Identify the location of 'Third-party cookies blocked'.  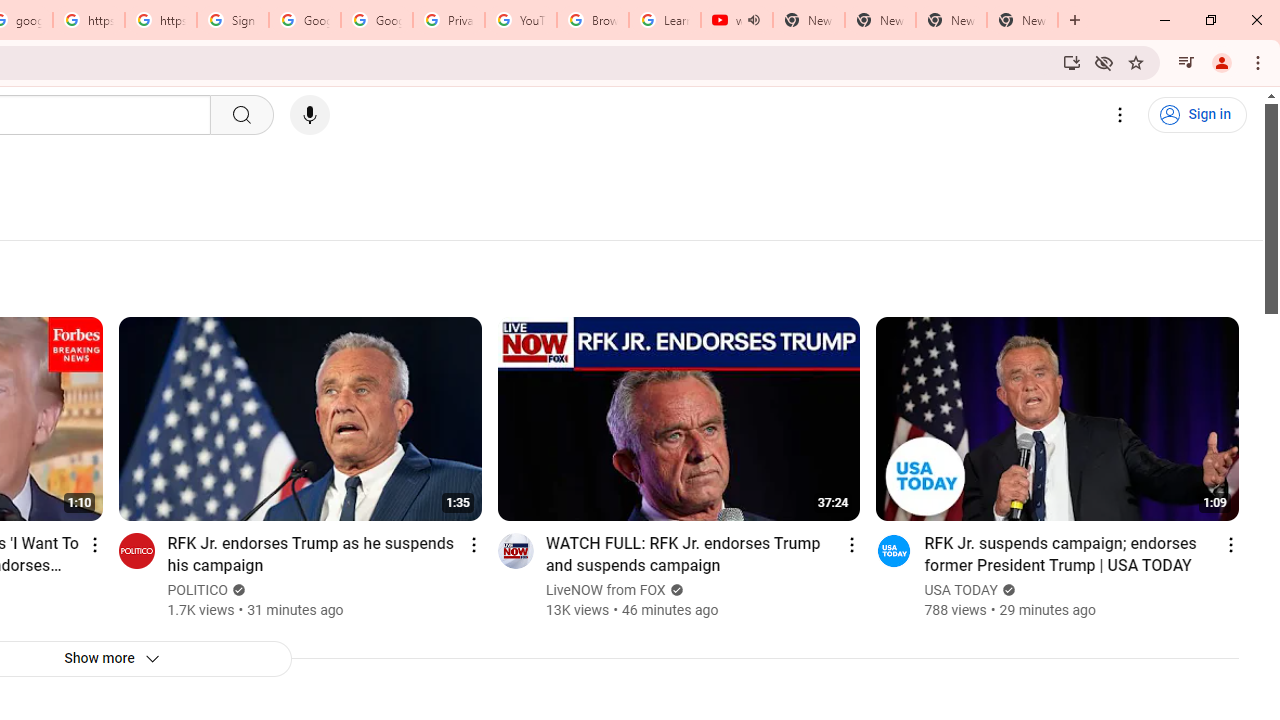
(1103, 61).